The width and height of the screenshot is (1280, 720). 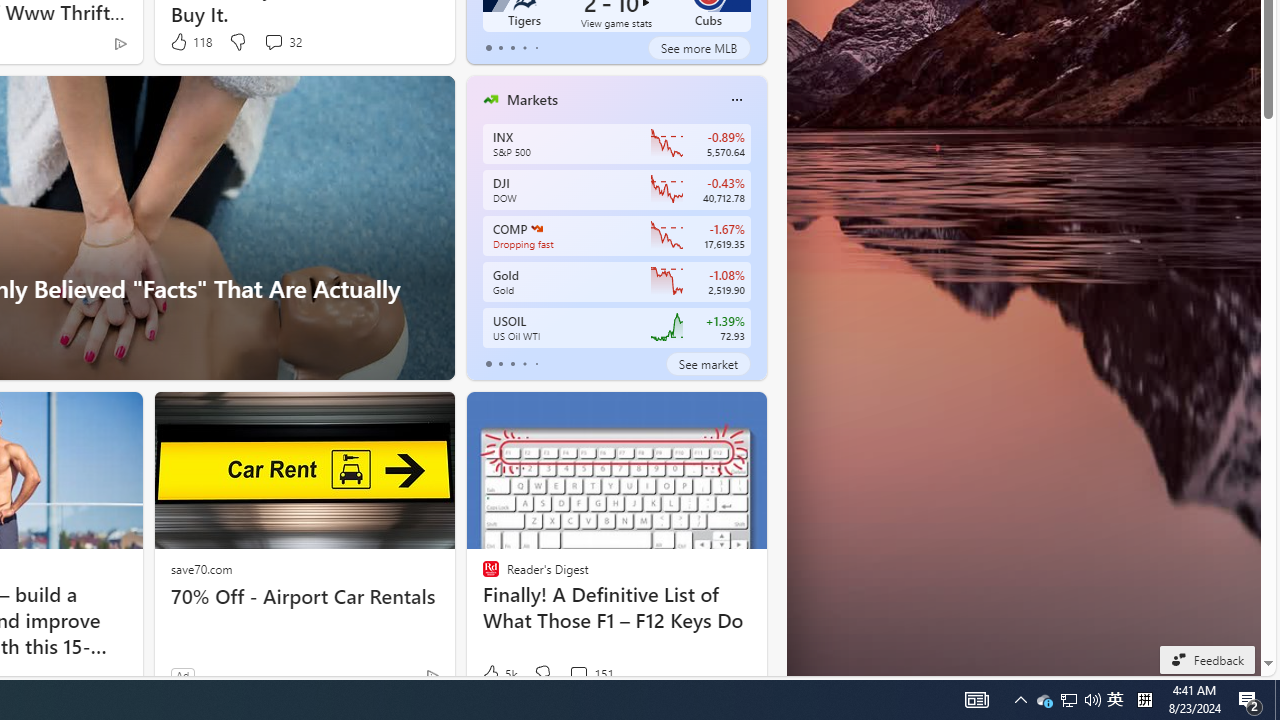 I want to click on 'Feedback', so click(x=1205, y=659).